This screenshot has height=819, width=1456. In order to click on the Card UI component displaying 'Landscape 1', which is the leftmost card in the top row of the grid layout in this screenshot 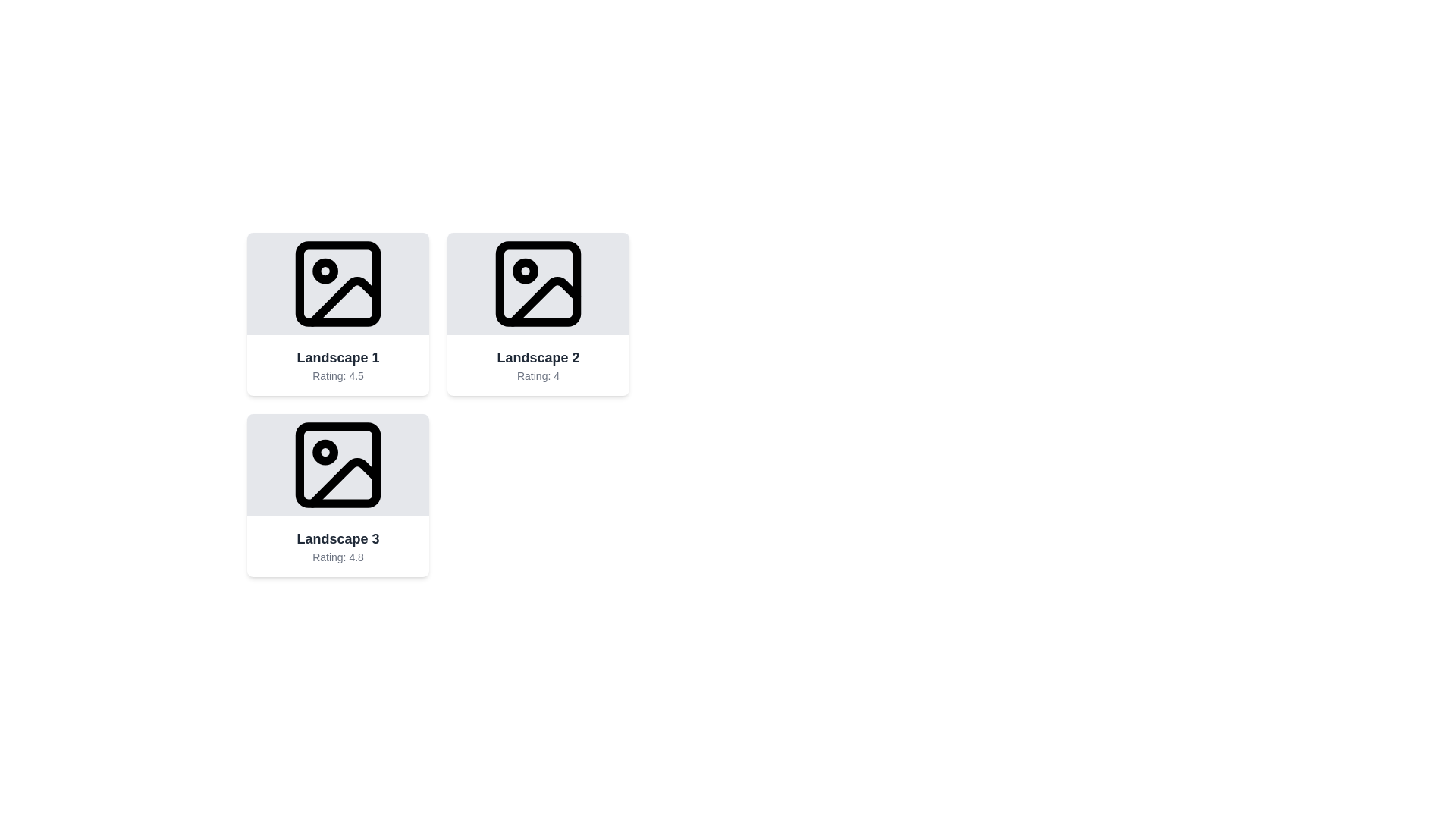, I will do `click(337, 313)`.